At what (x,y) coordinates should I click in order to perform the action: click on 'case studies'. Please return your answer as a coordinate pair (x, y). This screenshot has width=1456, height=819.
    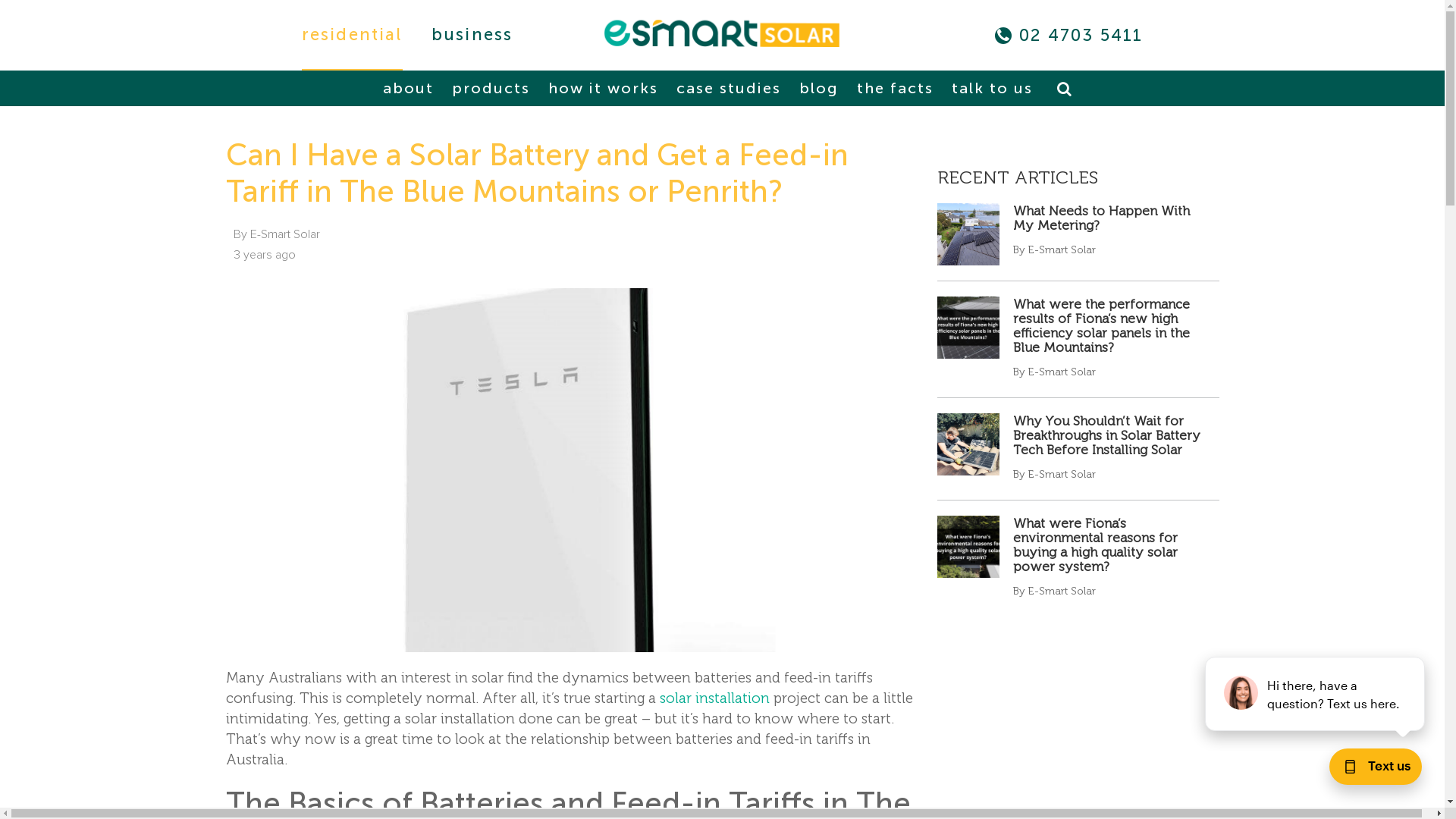
    Looking at the image, I should click on (728, 88).